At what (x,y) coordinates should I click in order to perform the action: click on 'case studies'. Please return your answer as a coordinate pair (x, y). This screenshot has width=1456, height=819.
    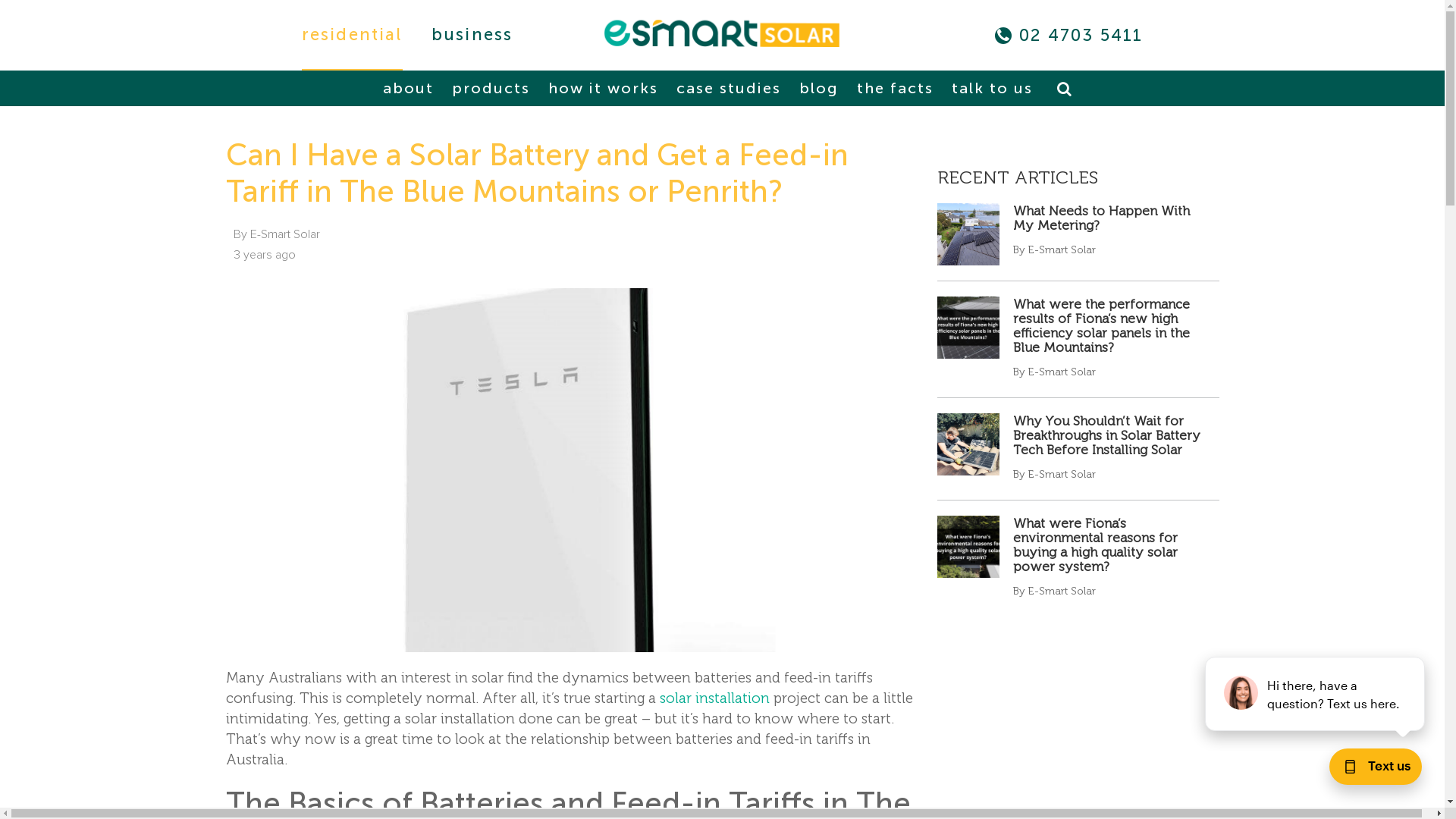
    Looking at the image, I should click on (728, 88).